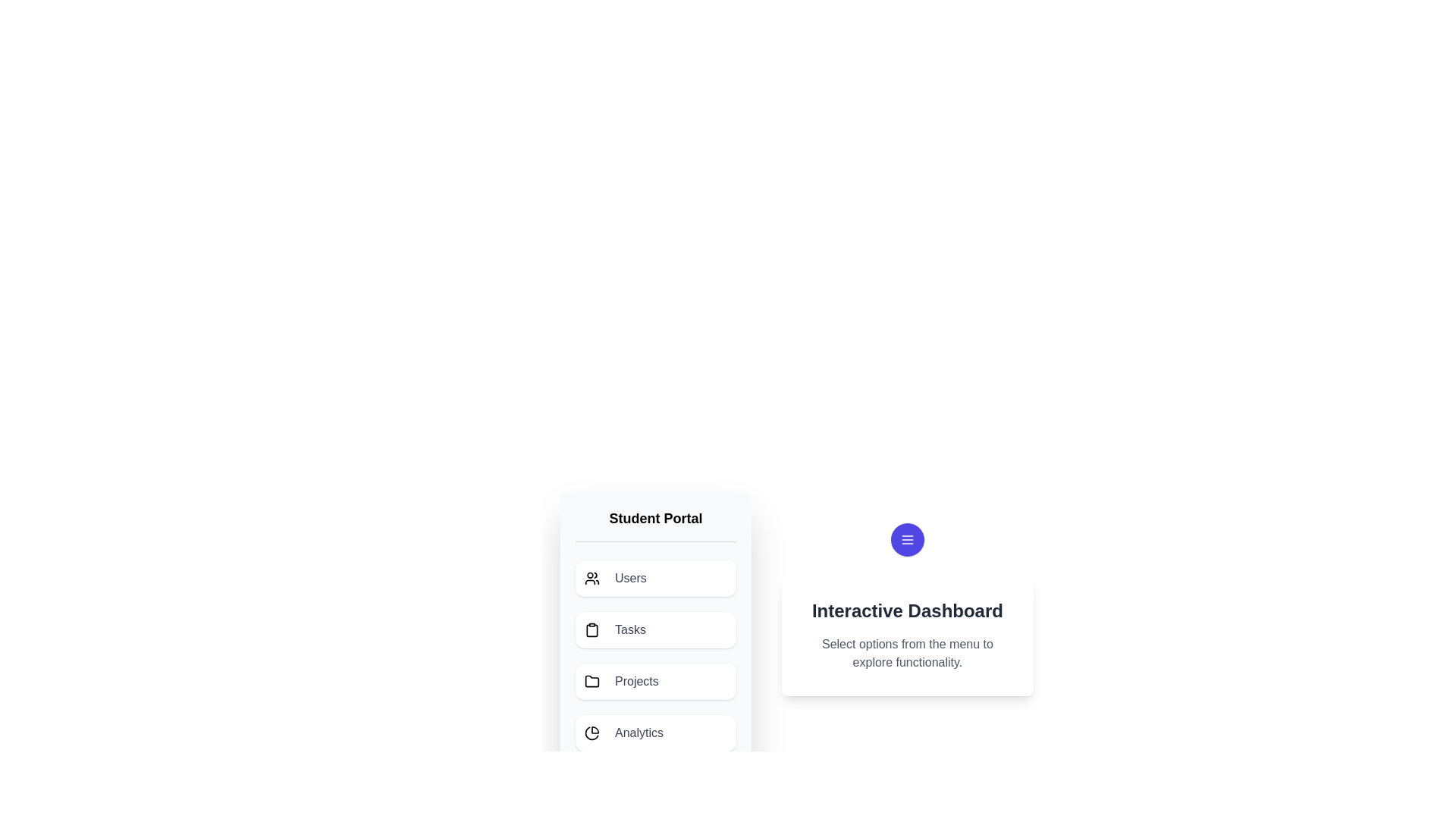 The width and height of the screenshot is (1456, 819). What do you see at coordinates (907, 539) in the screenshot?
I see `the menu button to toggle the drawer visibility` at bounding box center [907, 539].